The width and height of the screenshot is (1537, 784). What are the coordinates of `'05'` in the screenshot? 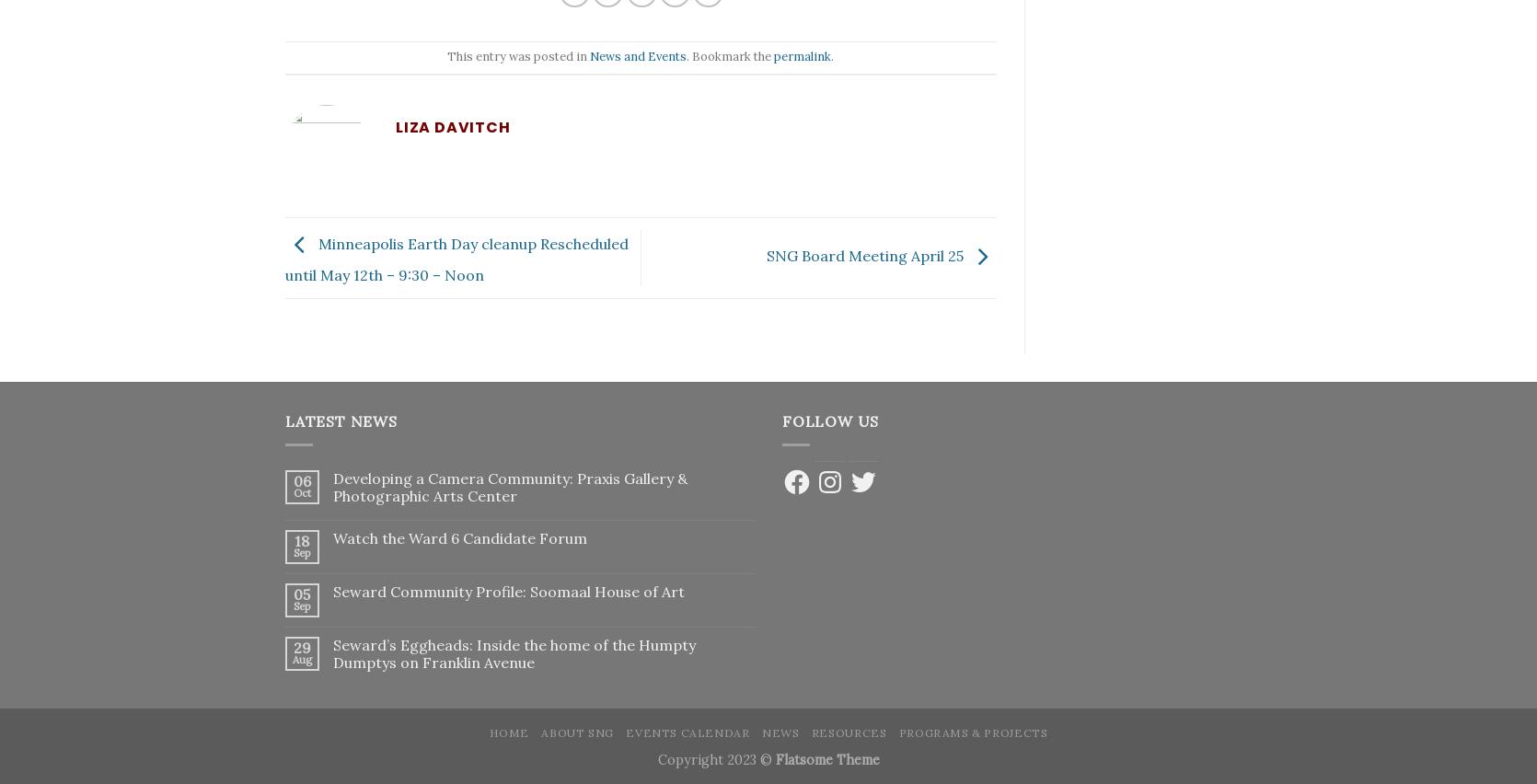 It's located at (292, 592).